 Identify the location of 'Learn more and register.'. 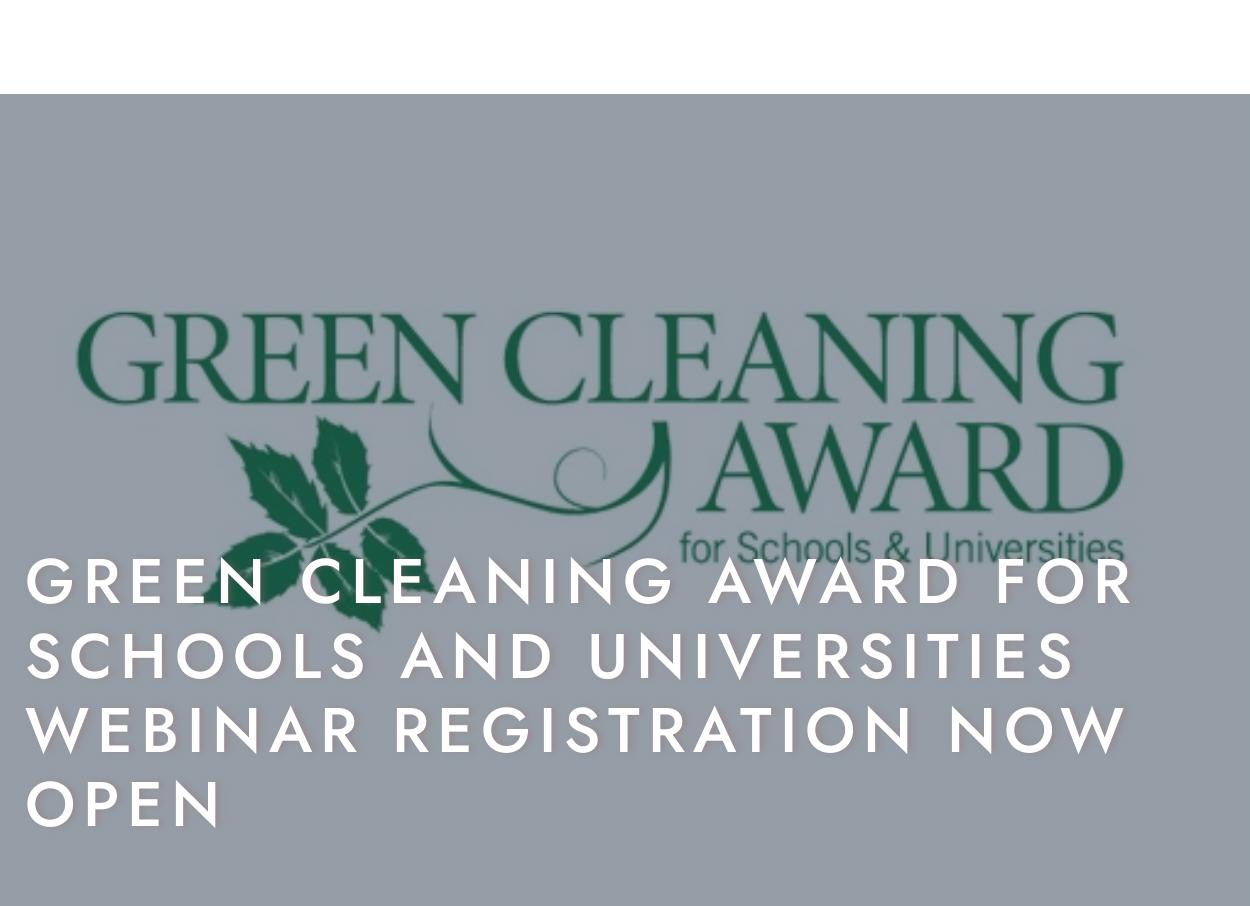
(25, 747).